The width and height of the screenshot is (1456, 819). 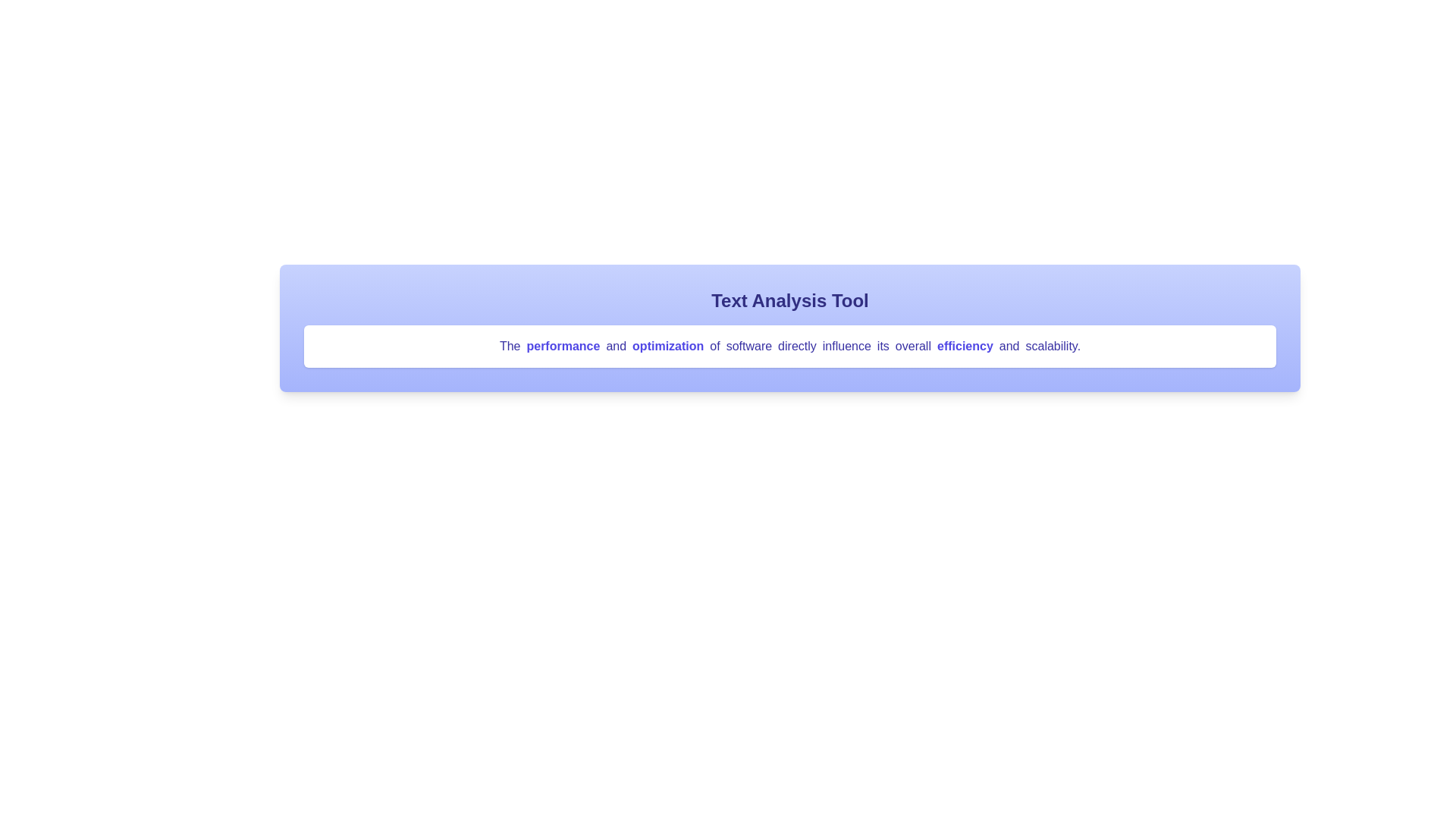 I want to click on the clickable text fragment displaying 'scalability' styled in indigo, located at the bottom center of the blue interface within a white box with rounded corners, so click(x=1052, y=346).